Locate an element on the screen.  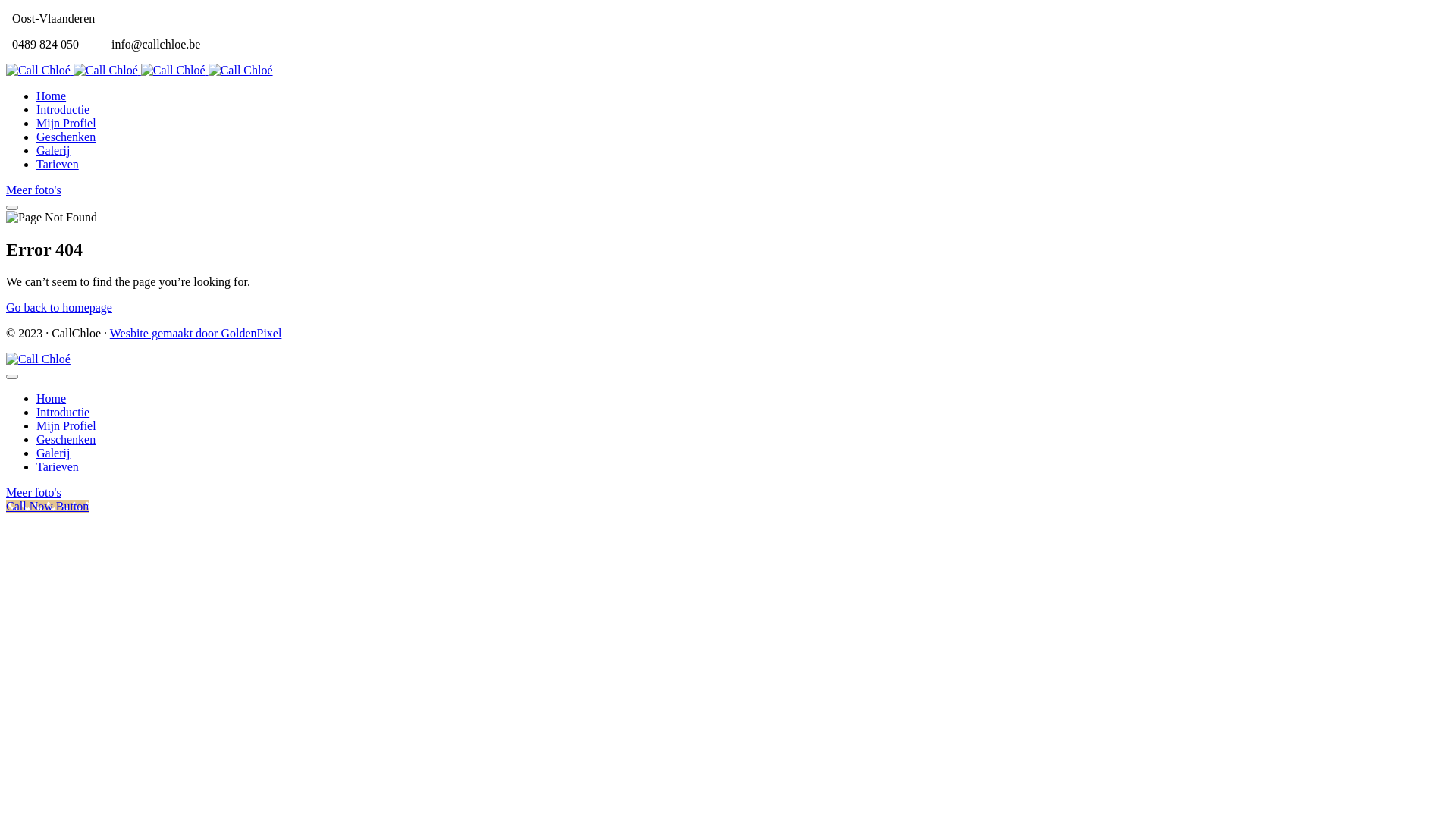
'Go back to homepage' is located at coordinates (58, 307).